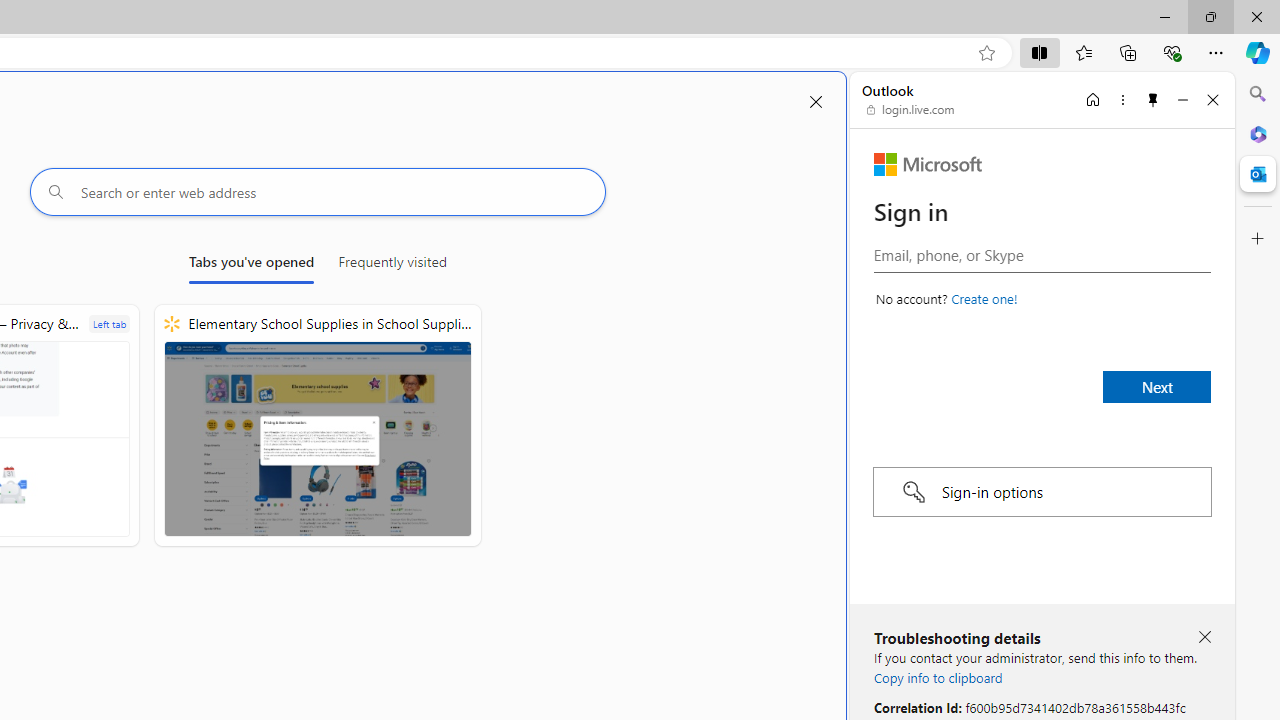 The height and width of the screenshot is (720, 1280). What do you see at coordinates (1257, 94) in the screenshot?
I see `'Close Search pane'` at bounding box center [1257, 94].